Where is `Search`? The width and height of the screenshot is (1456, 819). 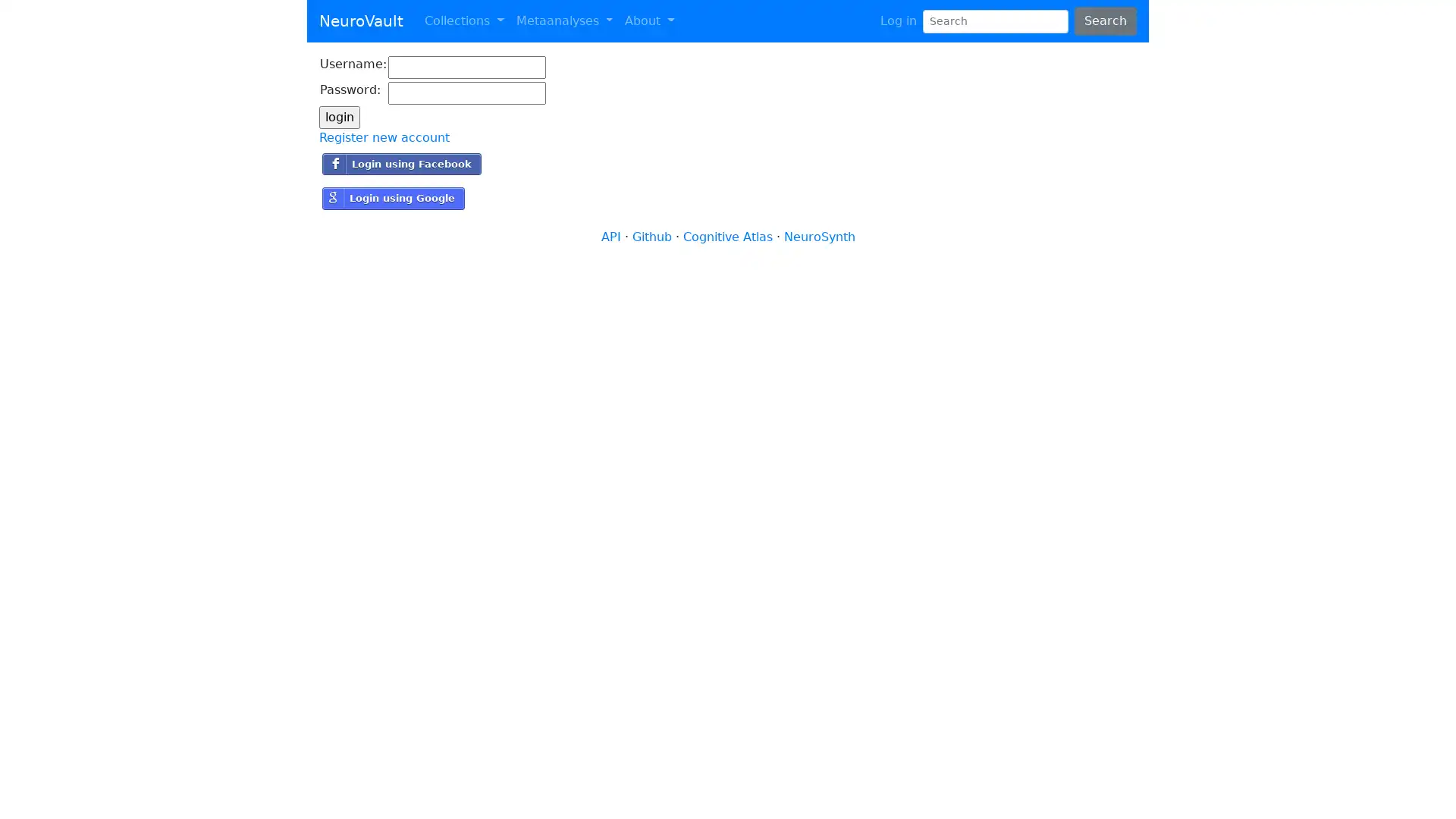
Search is located at coordinates (1105, 20).